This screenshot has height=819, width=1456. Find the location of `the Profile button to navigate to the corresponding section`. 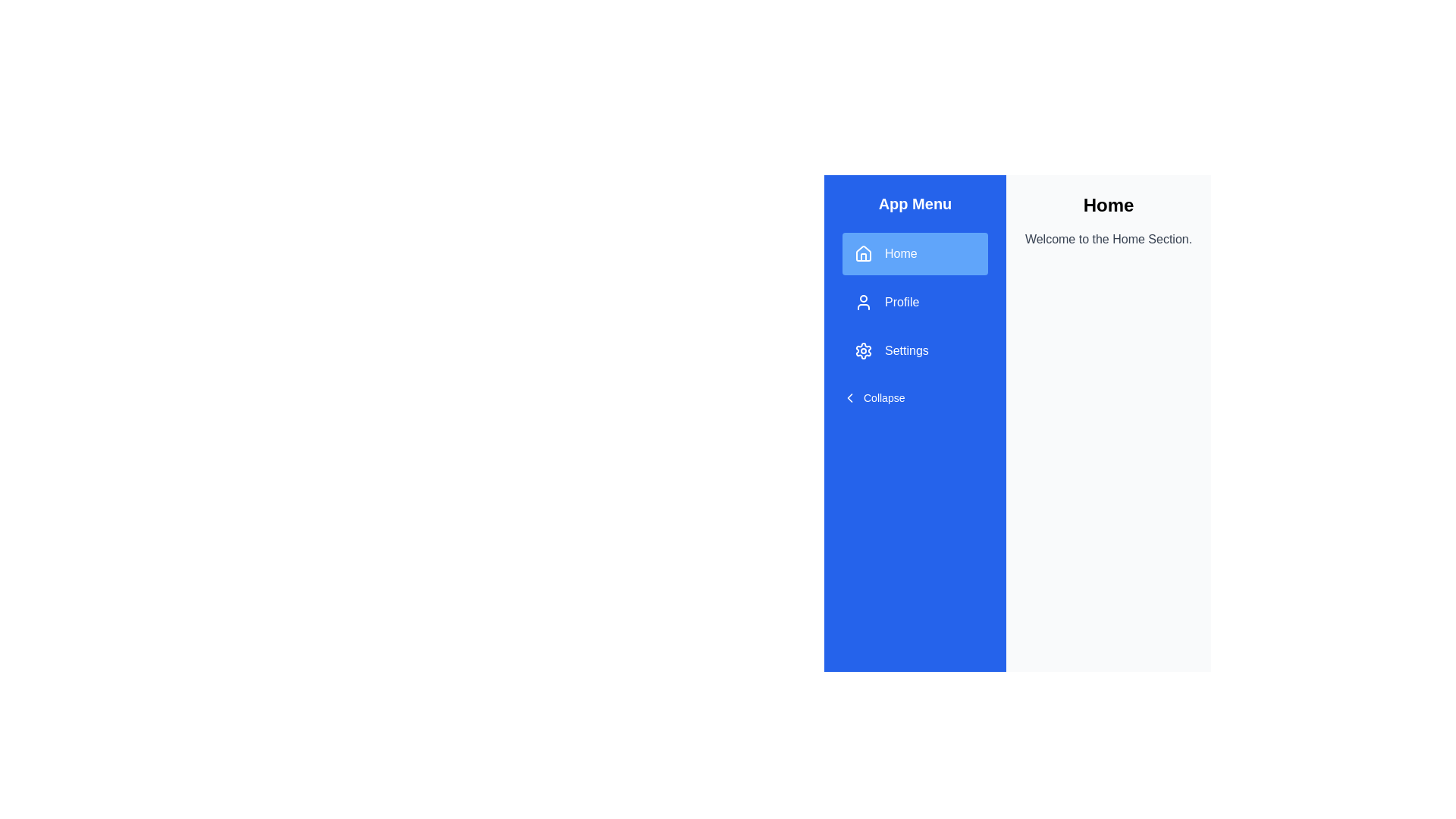

the Profile button to navigate to the corresponding section is located at coordinates (914, 302).